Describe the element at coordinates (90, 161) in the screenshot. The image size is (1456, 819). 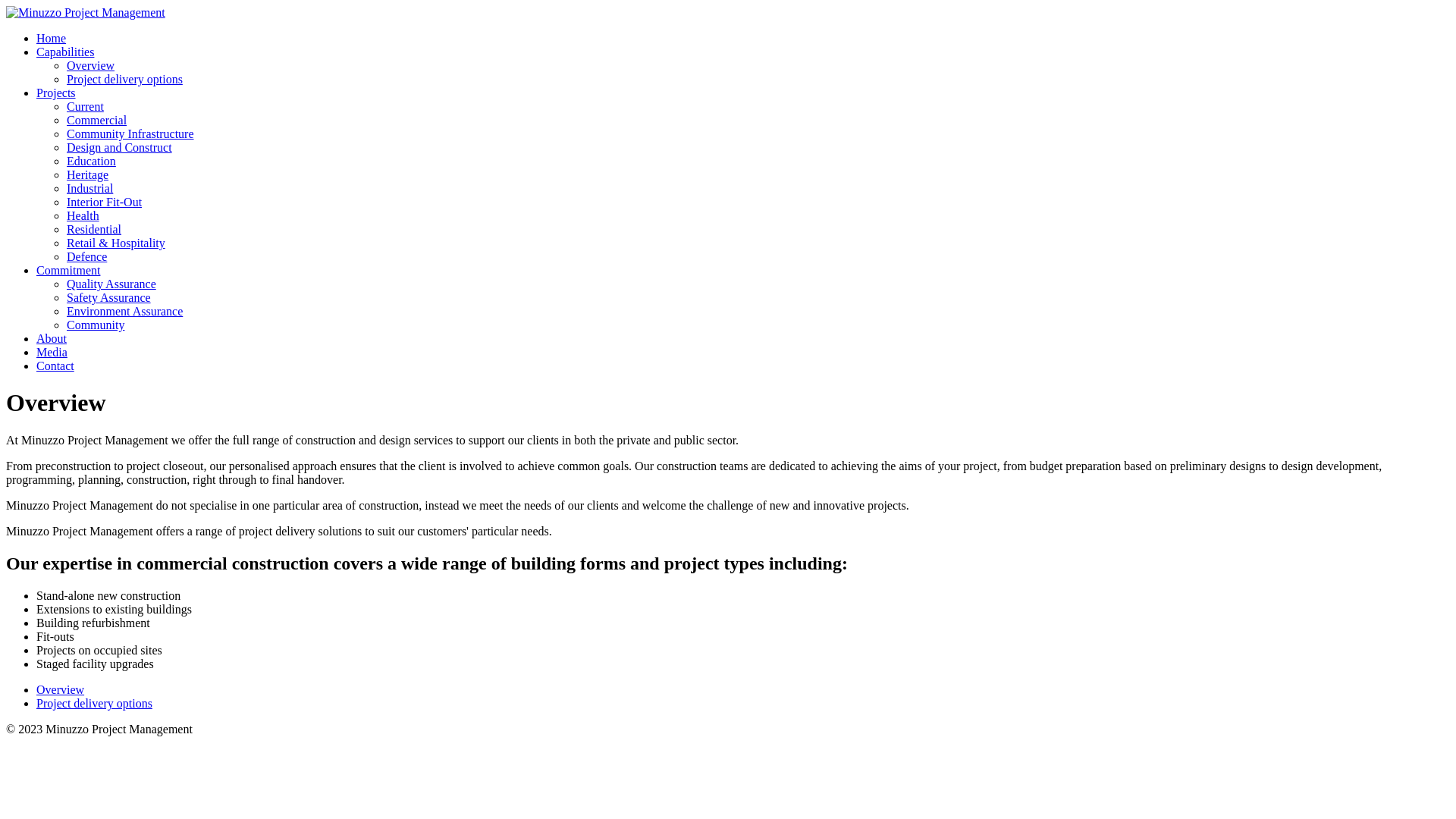
I see `'Education'` at that location.